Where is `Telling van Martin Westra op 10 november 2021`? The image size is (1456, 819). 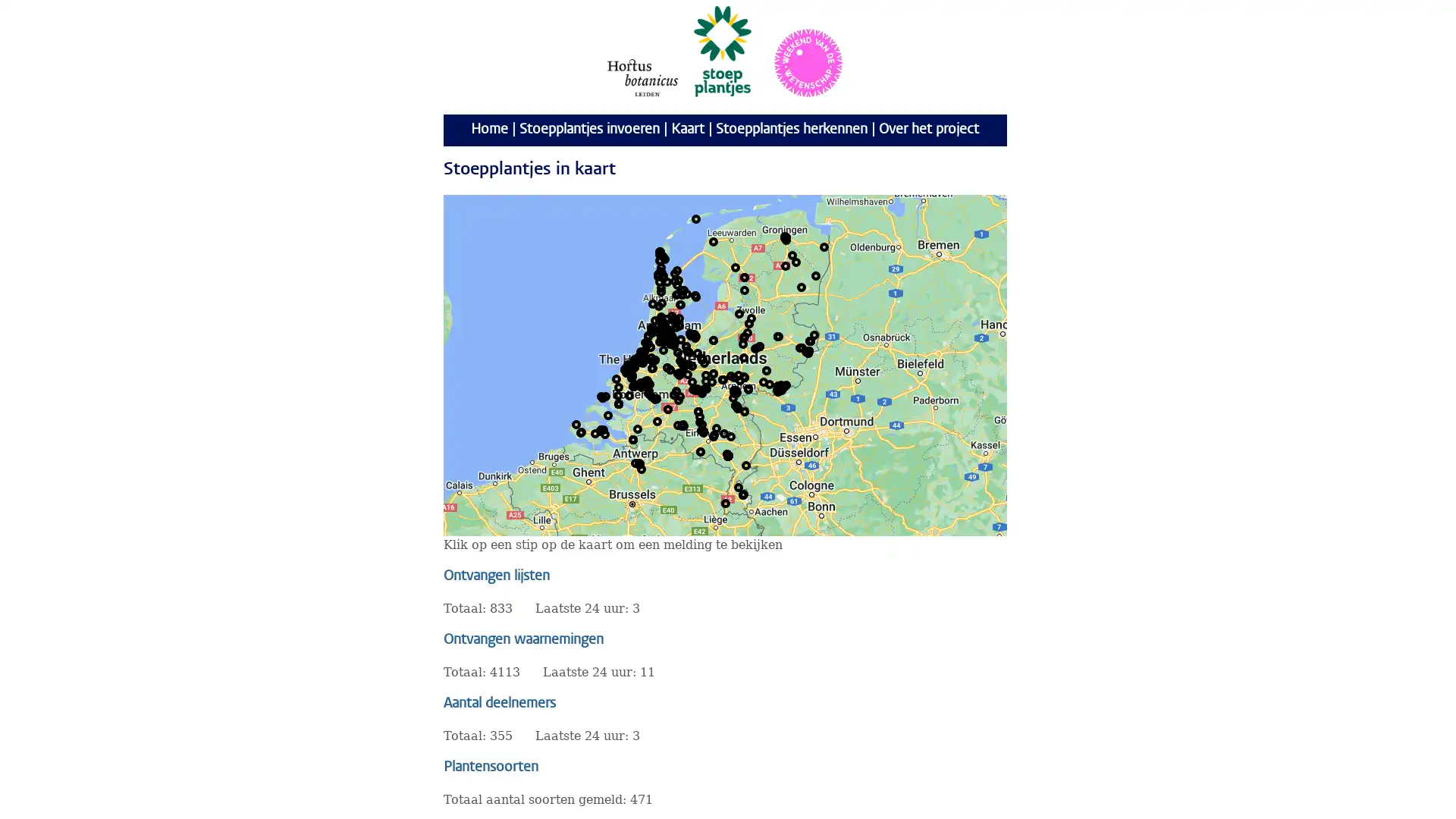
Telling van Martin Westra op 10 november 2021 is located at coordinates (629, 394).